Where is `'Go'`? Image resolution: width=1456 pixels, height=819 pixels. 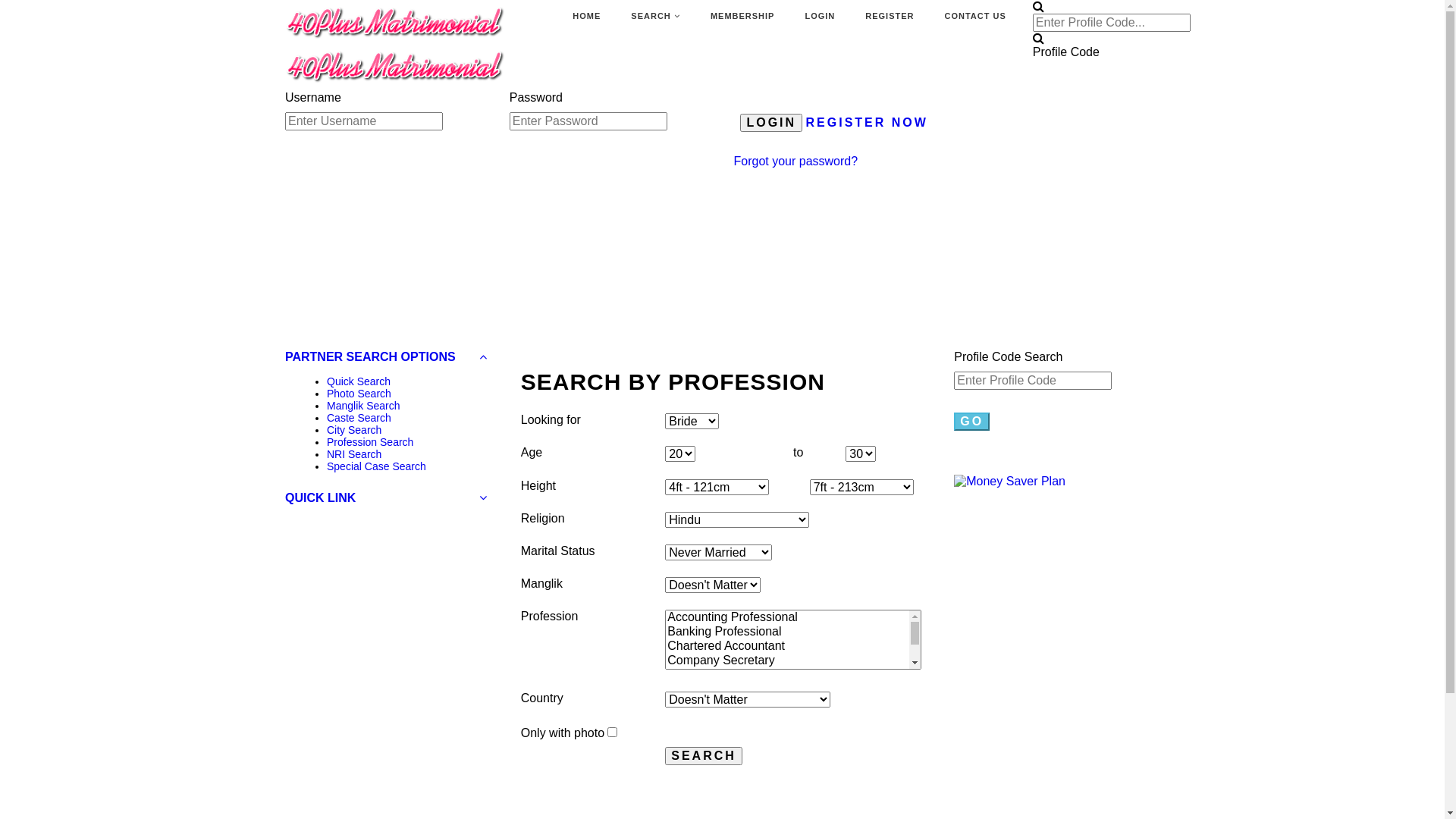 'Go' is located at coordinates (971, 421).